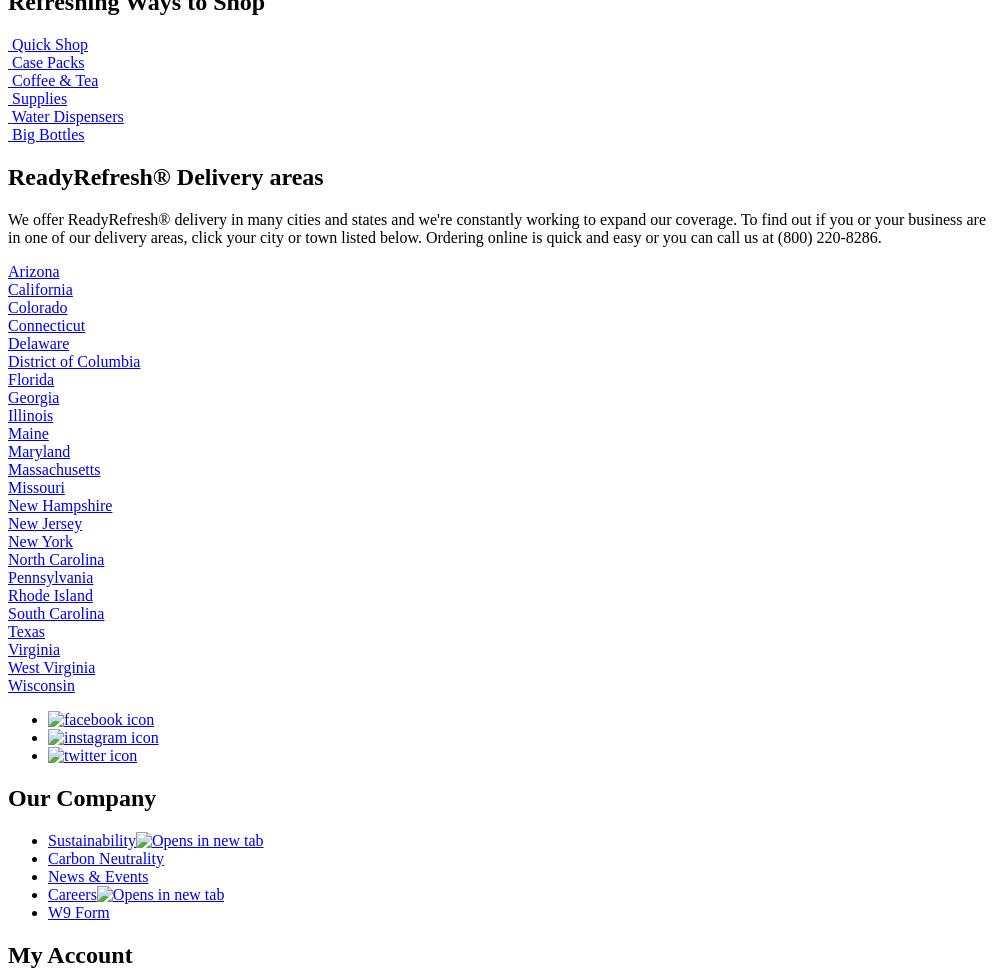 The image size is (1000, 971). Describe the element at coordinates (56, 611) in the screenshot. I see `'South Carolina'` at that location.